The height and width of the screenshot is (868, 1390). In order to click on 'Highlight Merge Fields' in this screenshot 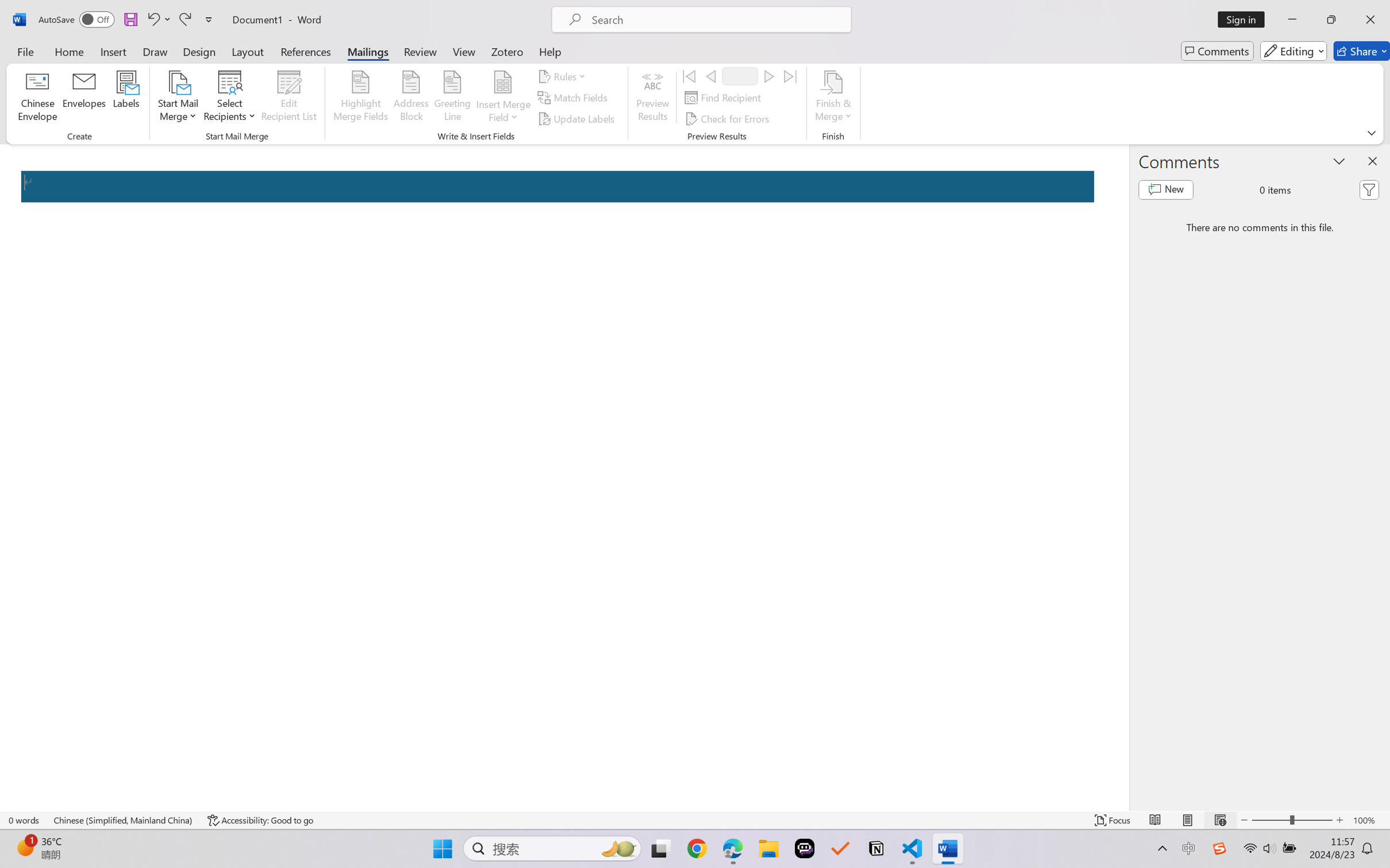, I will do `click(361, 98)`.